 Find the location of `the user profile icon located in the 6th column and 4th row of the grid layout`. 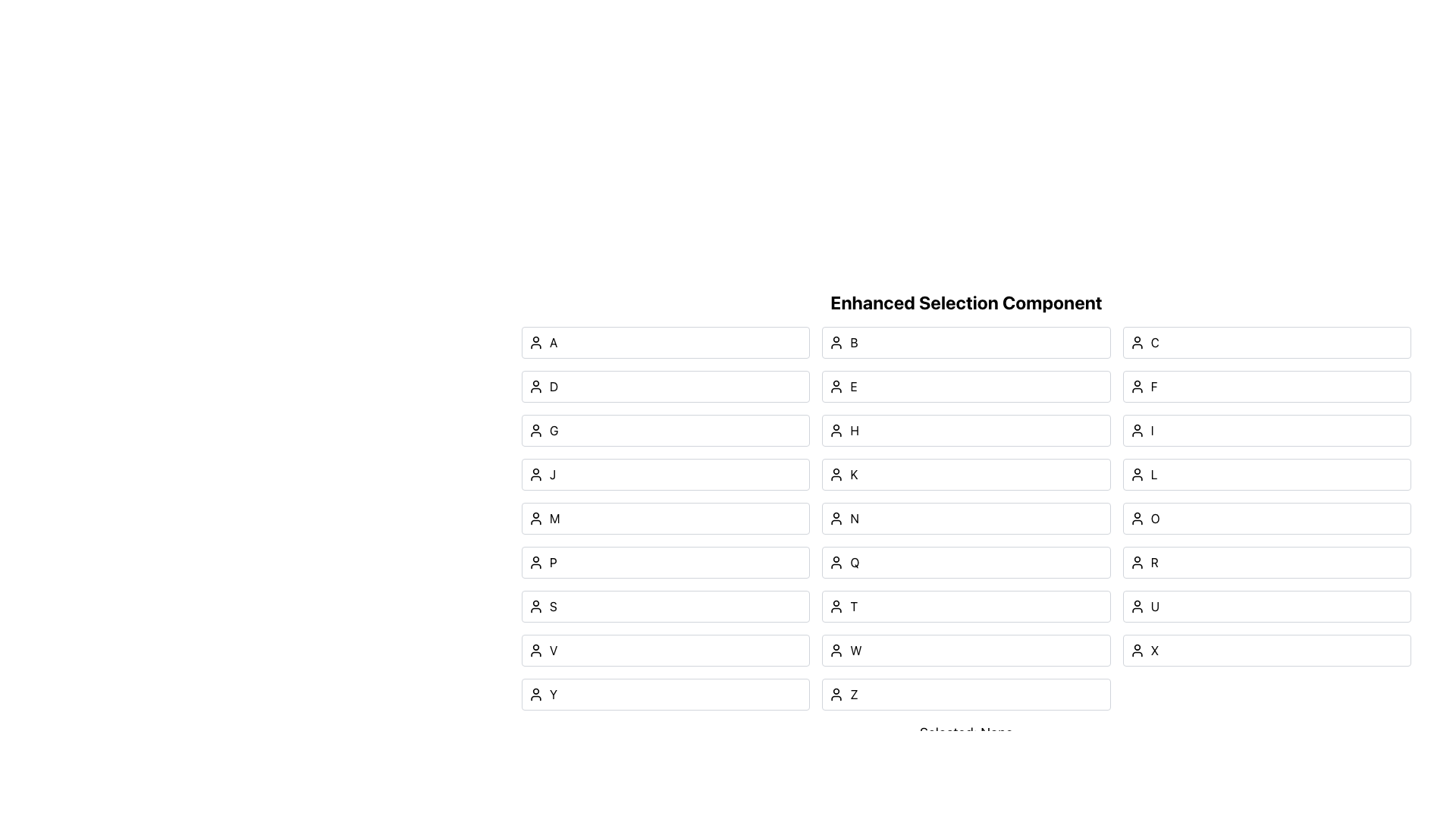

the user profile icon located in the 6th column and 4th row of the grid layout is located at coordinates (836, 605).